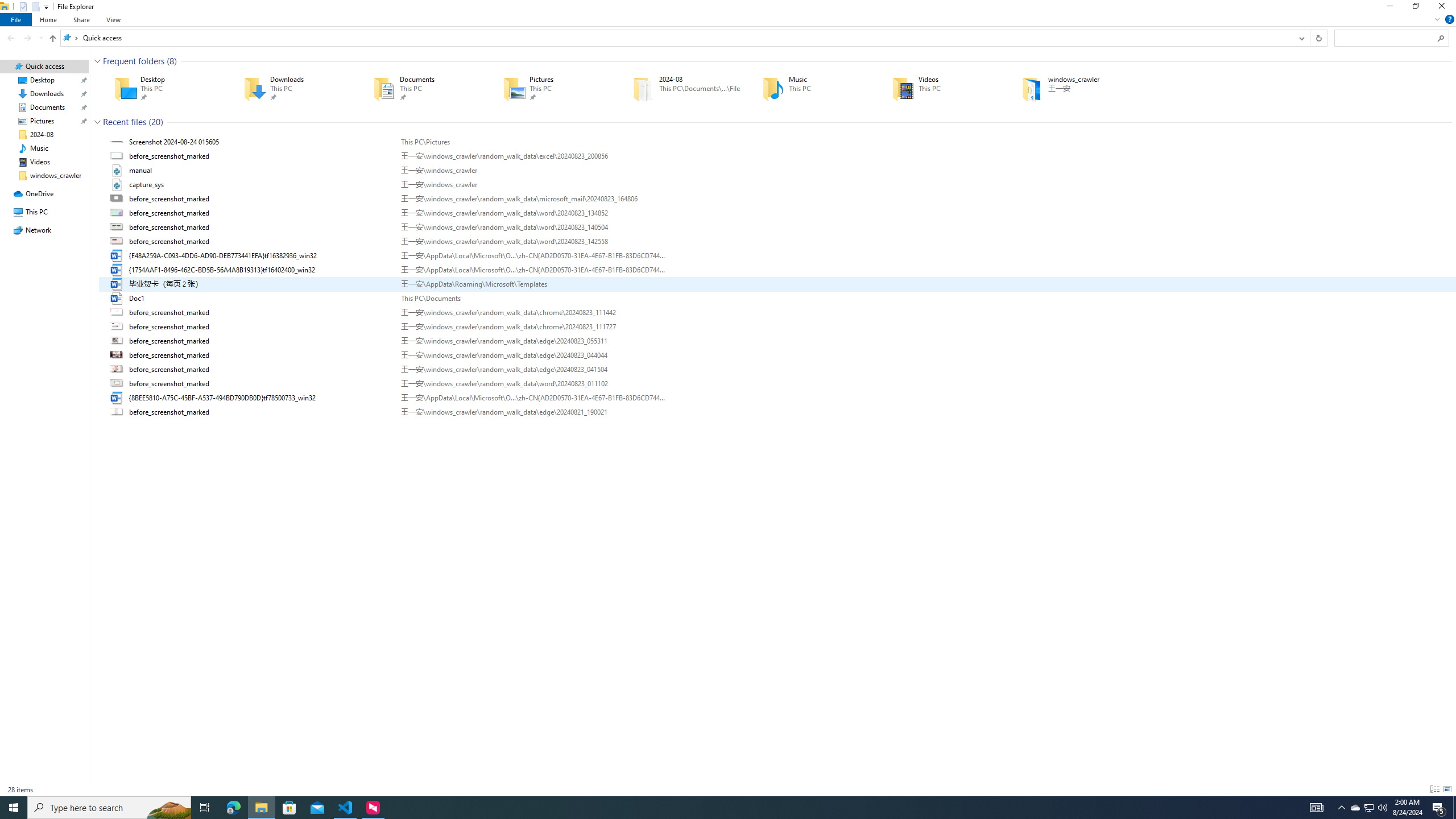 The width and height of the screenshot is (1456, 819). Describe the element at coordinates (810, 88) in the screenshot. I see `'Music'` at that location.